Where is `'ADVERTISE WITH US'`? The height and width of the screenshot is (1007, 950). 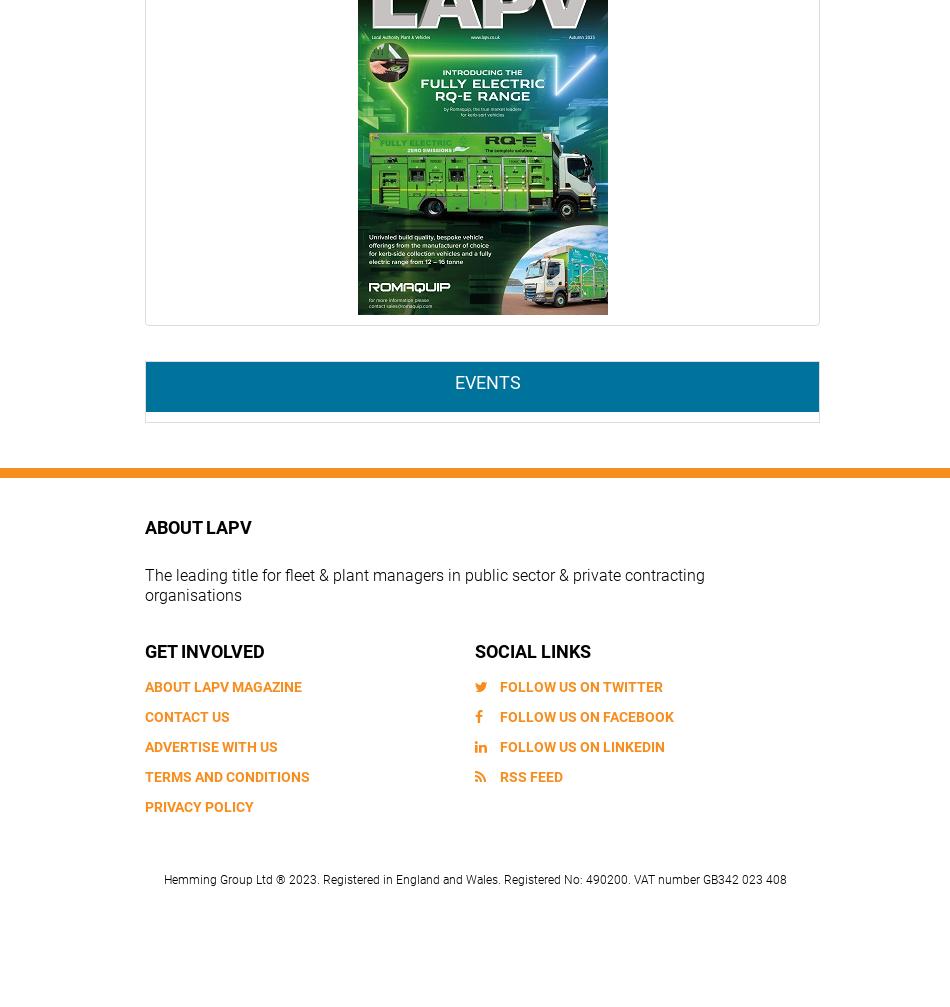 'ADVERTISE WITH US' is located at coordinates (211, 744).